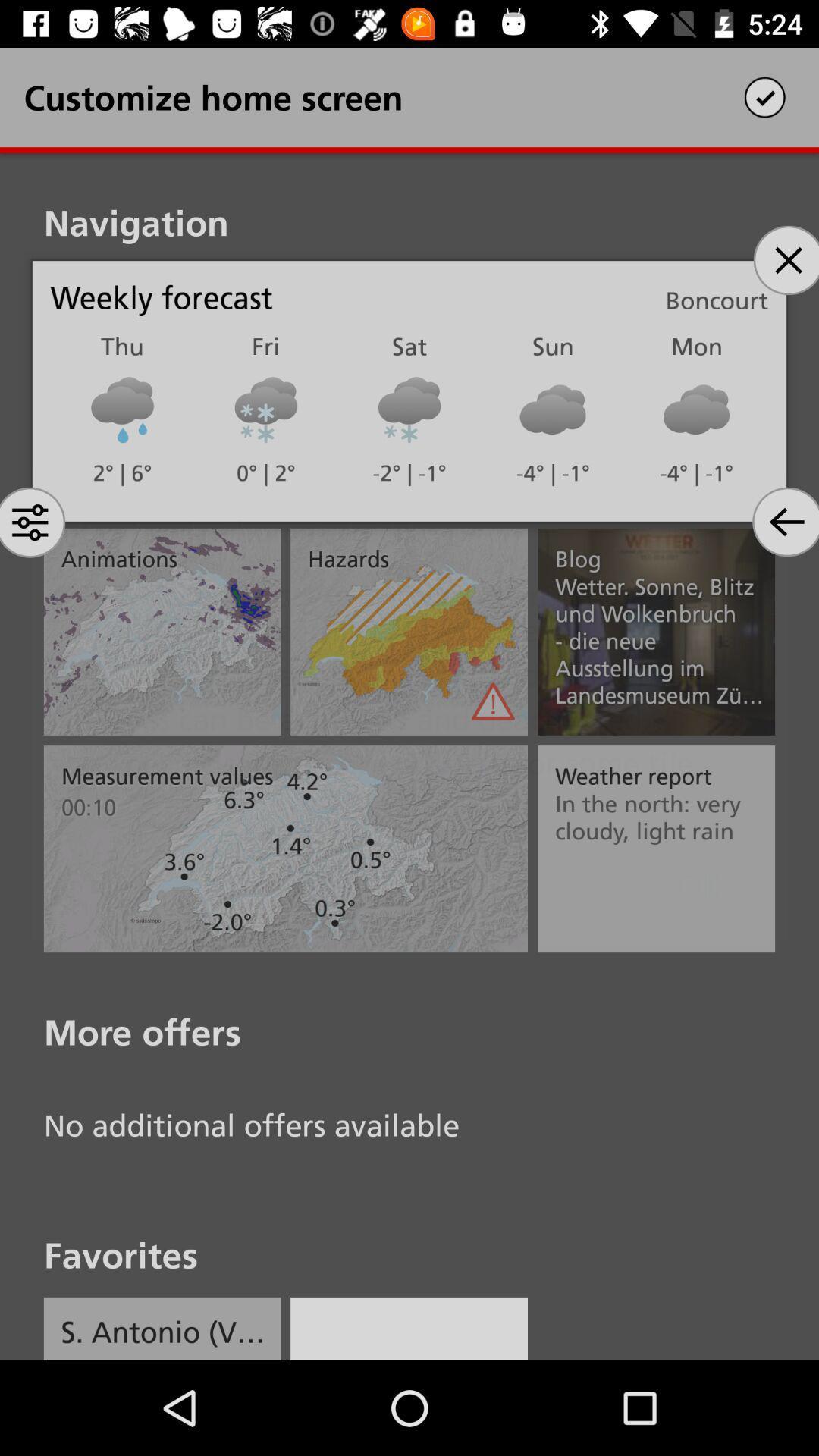 Image resolution: width=819 pixels, height=1456 pixels. What do you see at coordinates (785, 522) in the screenshot?
I see `the arrow_backward icon` at bounding box center [785, 522].